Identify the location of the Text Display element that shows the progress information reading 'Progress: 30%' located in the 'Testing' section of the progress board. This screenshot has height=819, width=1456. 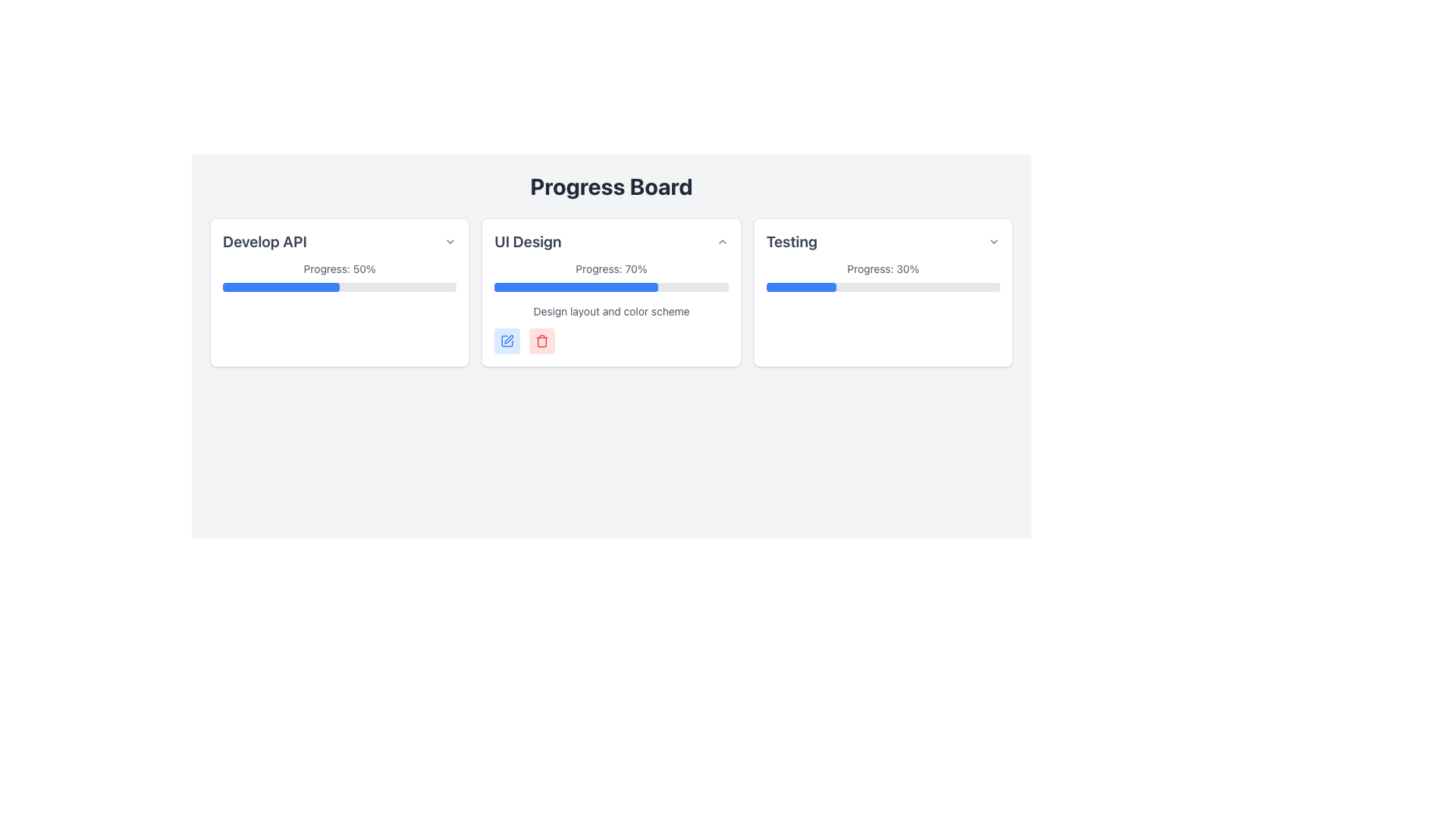
(883, 268).